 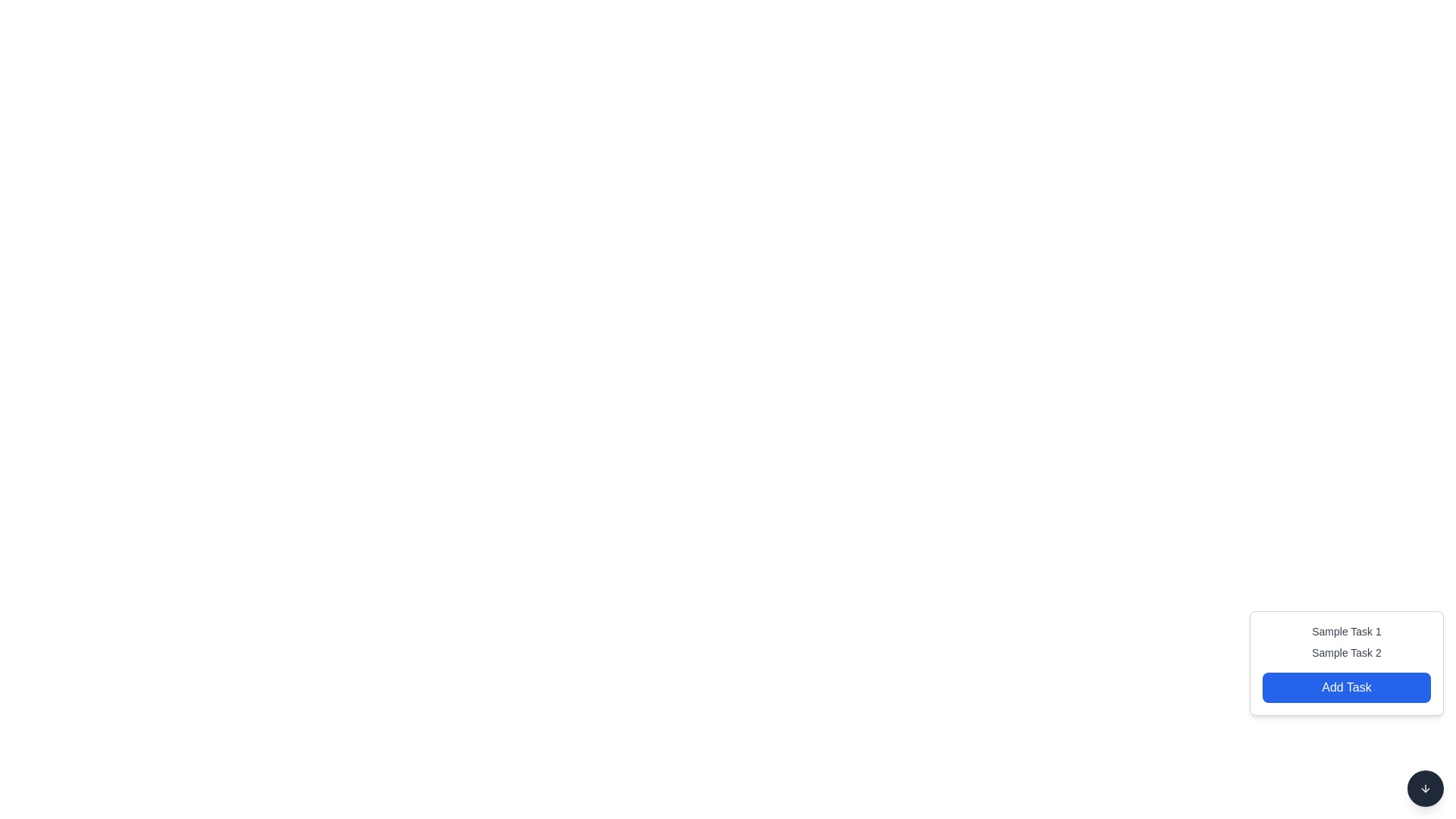 I want to click on the circular button with a dark gray background and a downward arrow icon, so click(x=1425, y=788).